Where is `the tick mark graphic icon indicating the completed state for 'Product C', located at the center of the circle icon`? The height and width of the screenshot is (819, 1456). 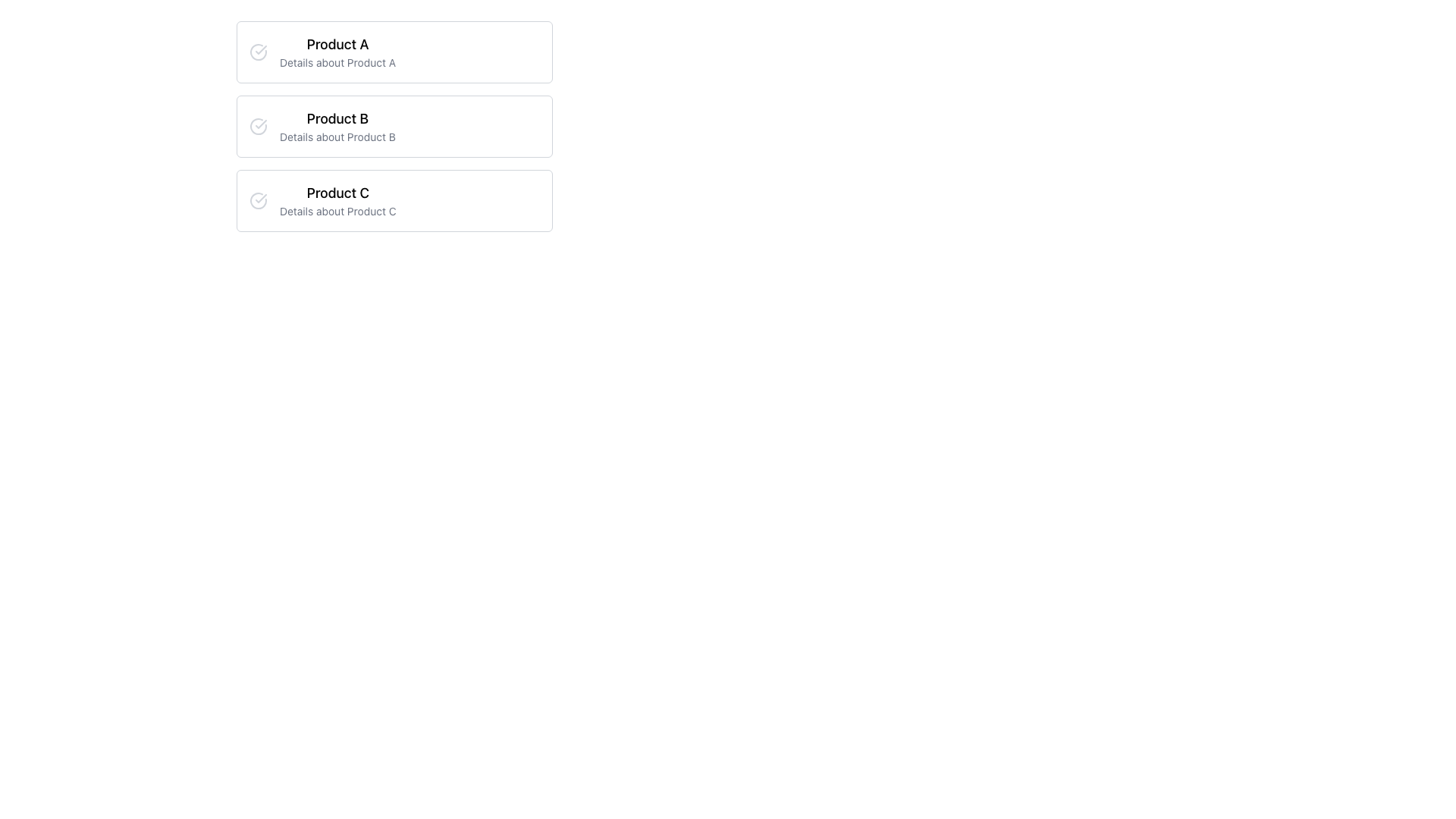 the tick mark graphic icon indicating the completed state for 'Product C', located at the center of the circle icon is located at coordinates (261, 198).